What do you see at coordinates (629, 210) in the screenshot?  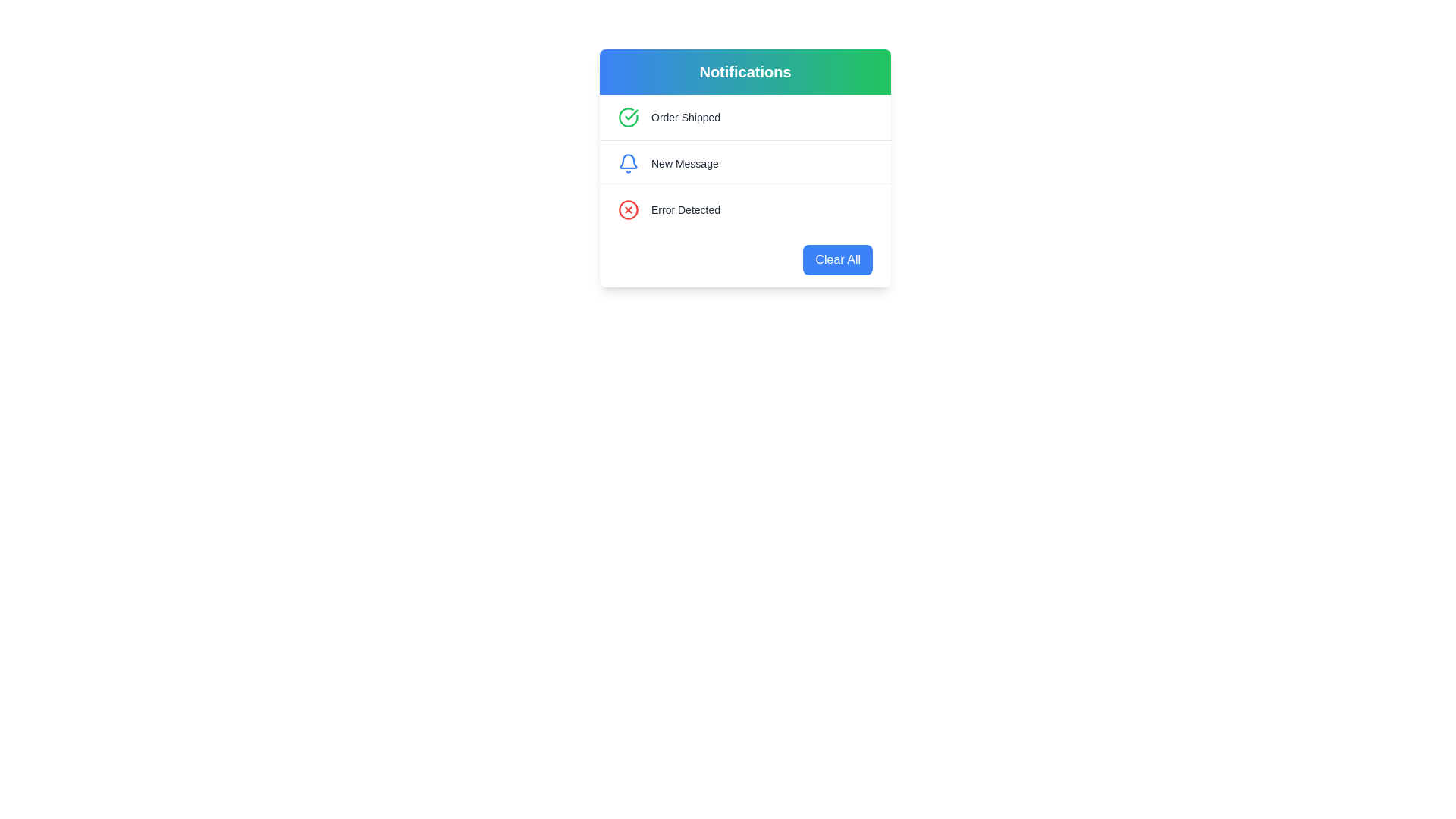 I see `the error icon located to the left of the 'Error Detected' notification` at bounding box center [629, 210].